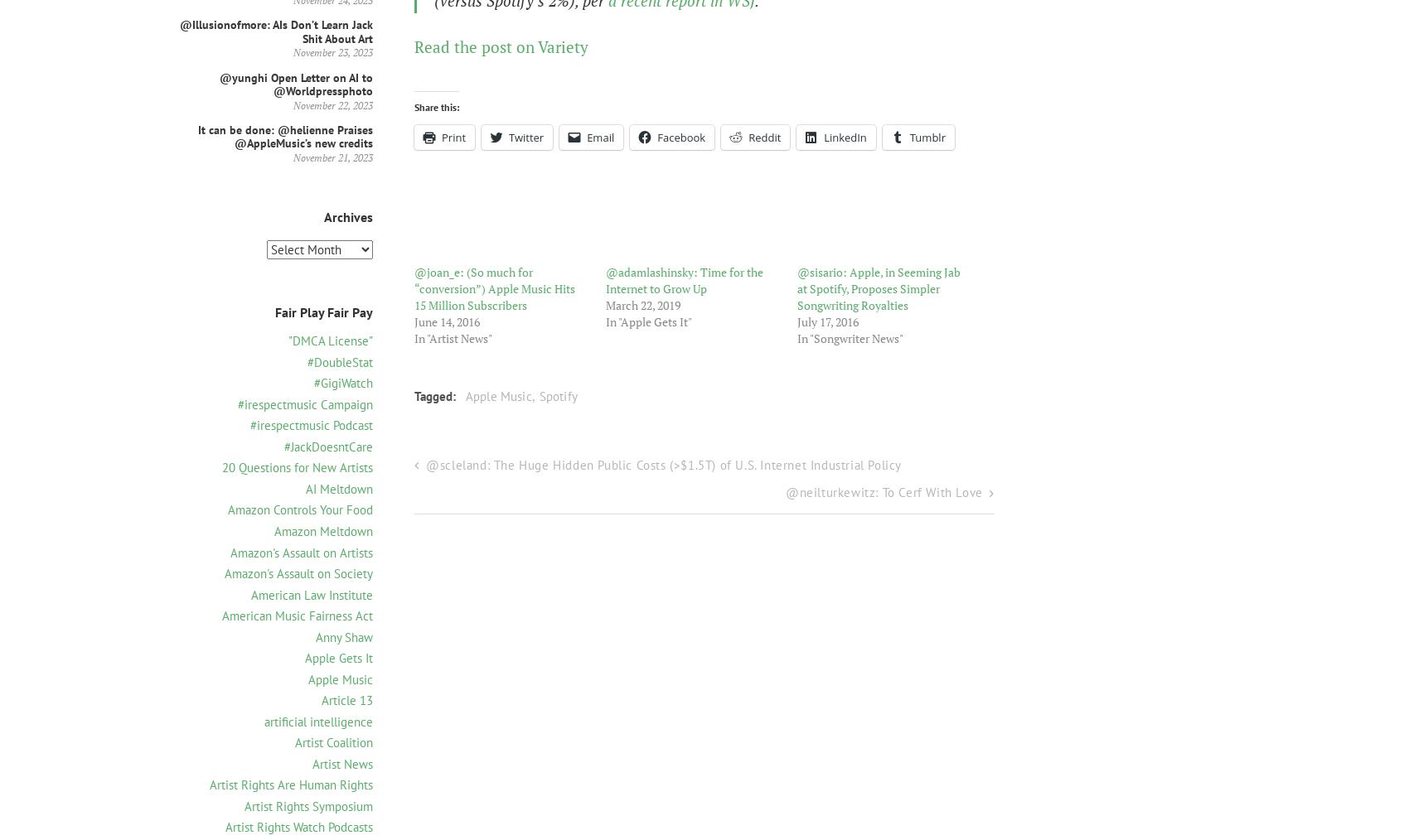  Describe the element at coordinates (437, 106) in the screenshot. I see `'Share this:'` at that location.